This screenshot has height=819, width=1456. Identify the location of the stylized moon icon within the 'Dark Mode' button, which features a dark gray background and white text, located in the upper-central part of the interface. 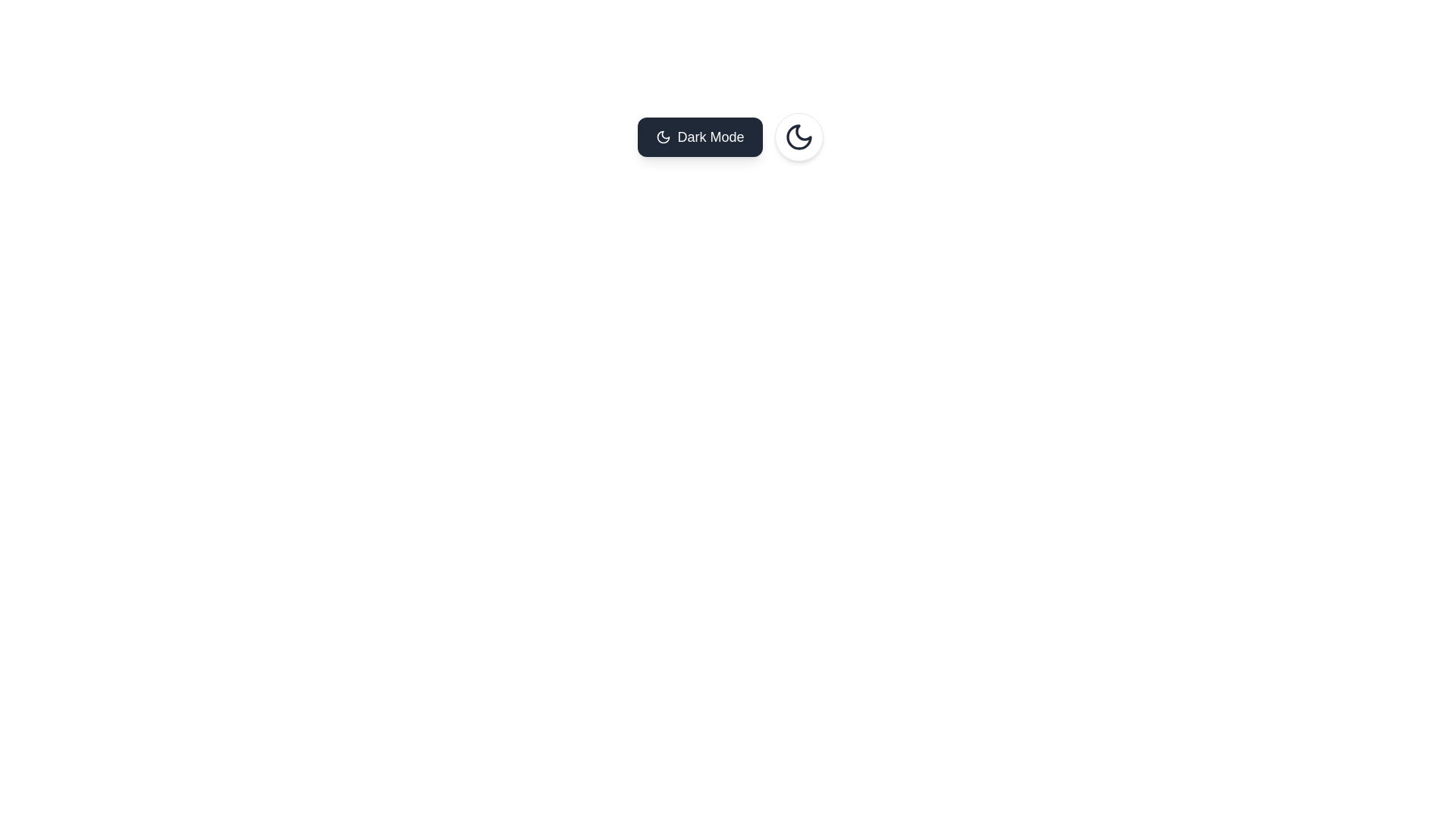
(664, 137).